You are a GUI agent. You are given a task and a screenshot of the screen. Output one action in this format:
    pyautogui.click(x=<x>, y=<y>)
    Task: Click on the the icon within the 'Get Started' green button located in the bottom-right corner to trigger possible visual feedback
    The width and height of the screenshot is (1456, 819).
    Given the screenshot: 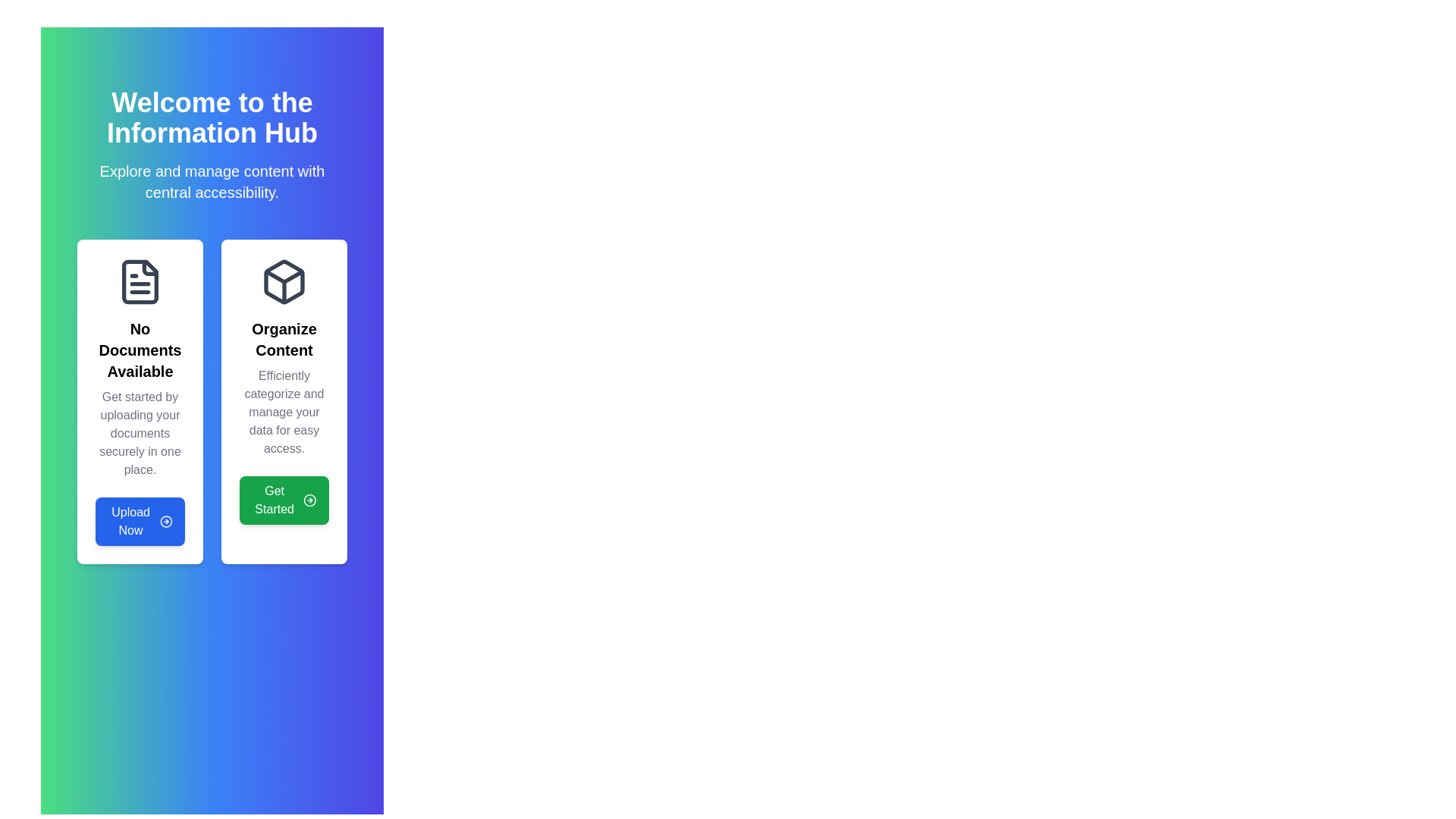 What is the action you would take?
    pyautogui.click(x=309, y=500)
    